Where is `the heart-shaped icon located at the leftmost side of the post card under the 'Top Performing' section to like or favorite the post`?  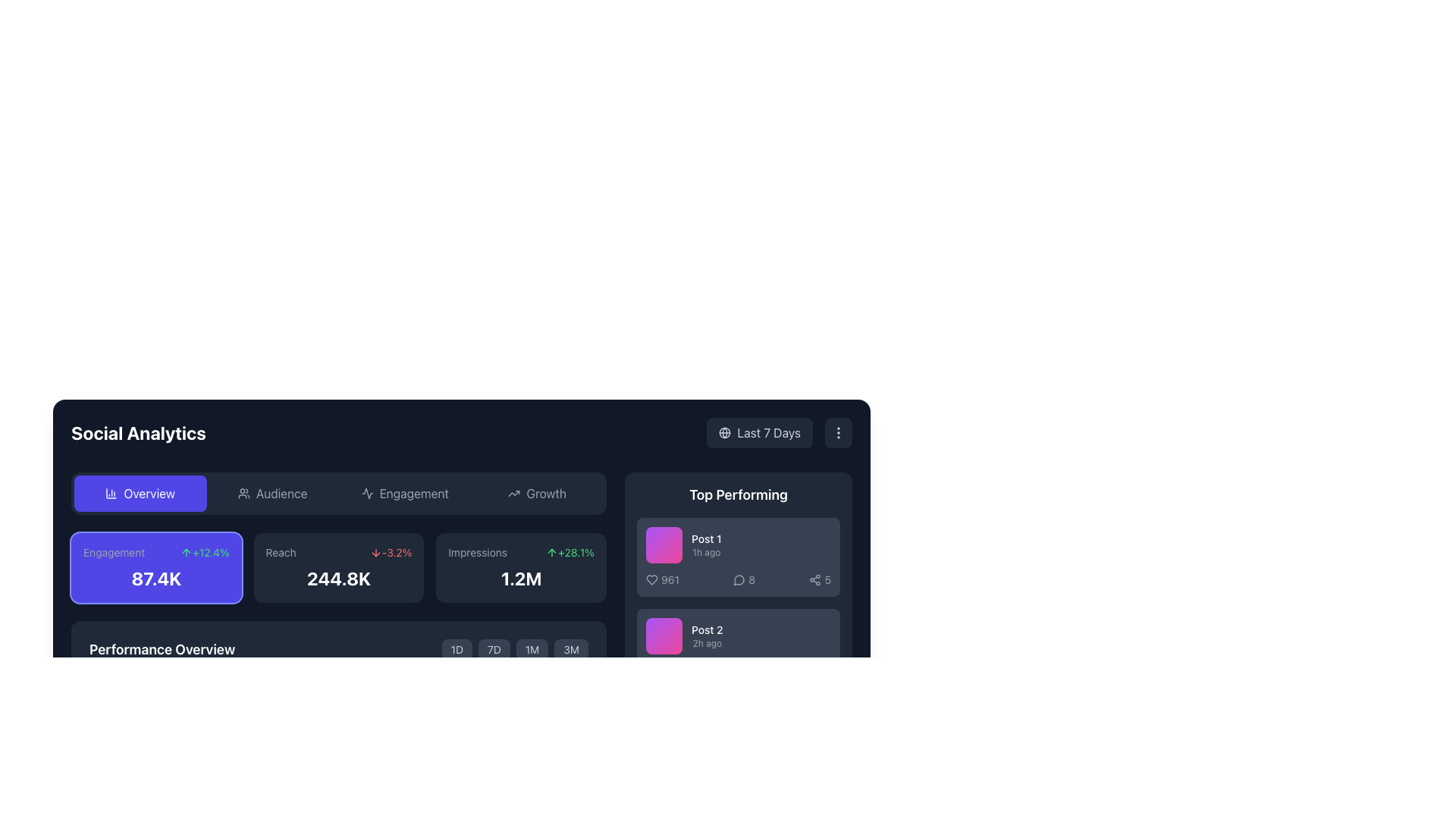
the heart-shaped icon located at the leftmost side of the post card under the 'Top Performing' section to like or favorite the post is located at coordinates (651, 579).